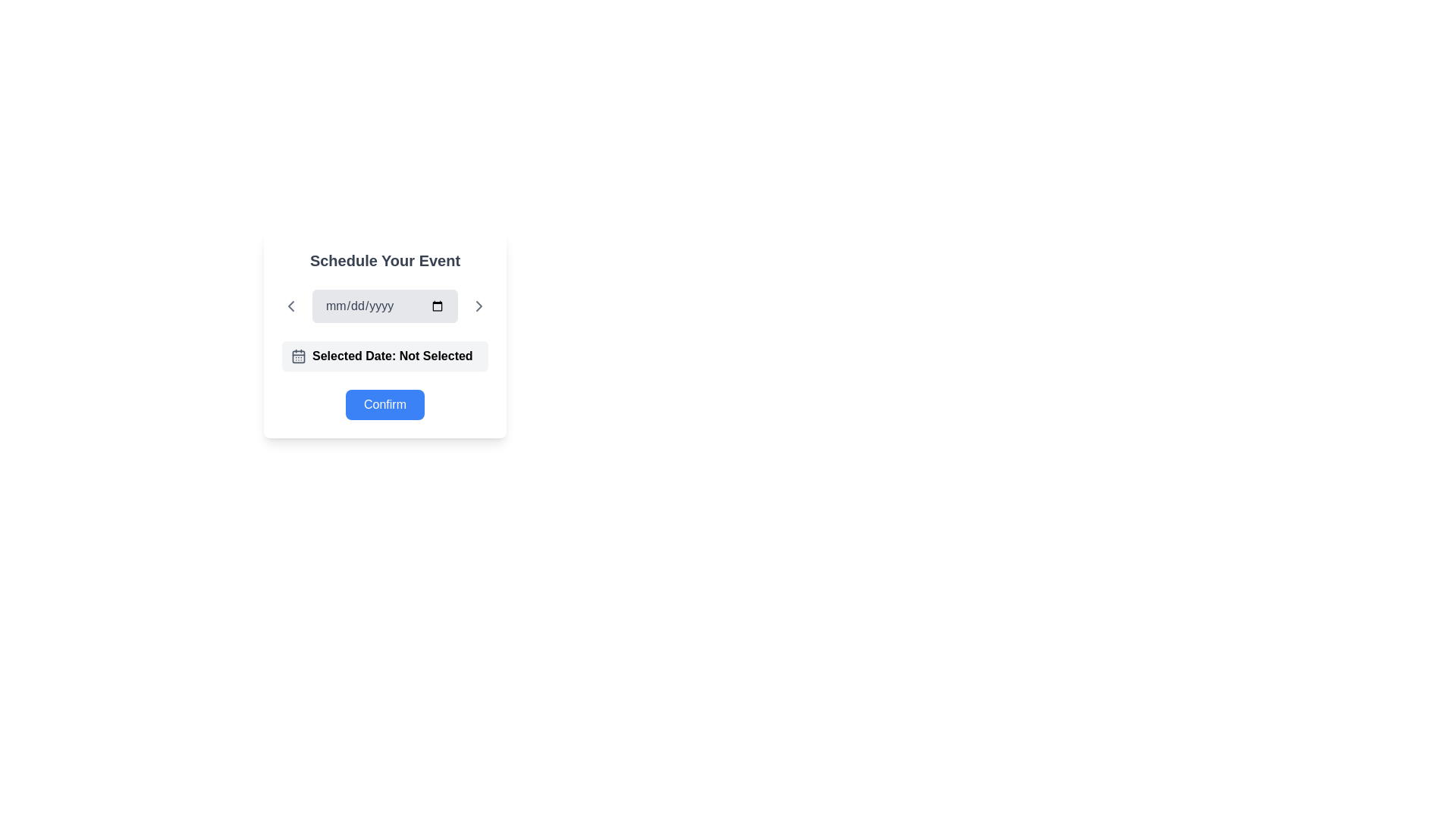 The height and width of the screenshot is (819, 1456). I want to click on the leftward chevron navigation icon, so click(291, 306).